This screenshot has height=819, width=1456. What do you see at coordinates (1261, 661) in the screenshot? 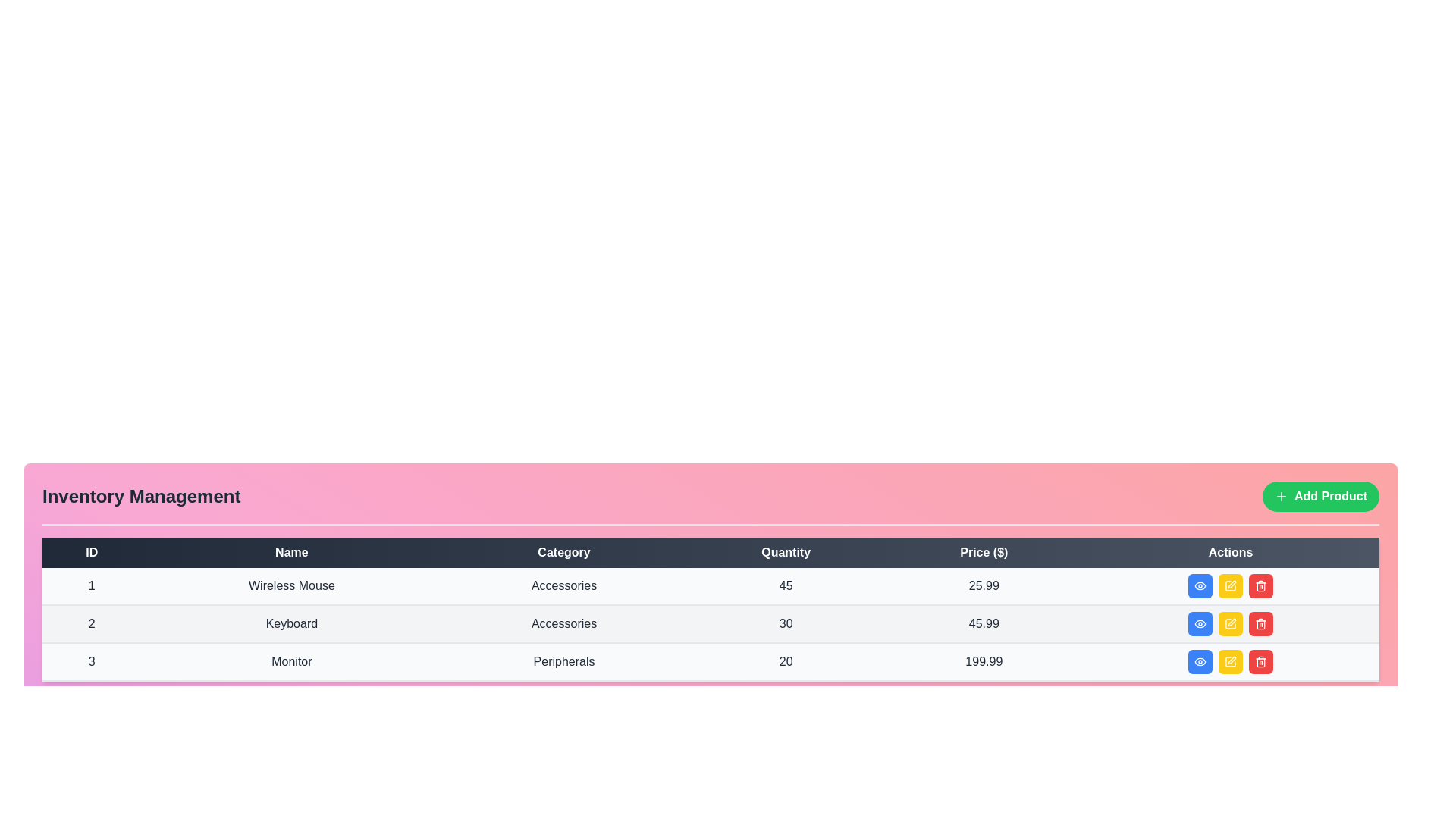
I see `the red button with a trash bin icon located in the 'Actions' column of the third row of the table to change its color` at bounding box center [1261, 661].